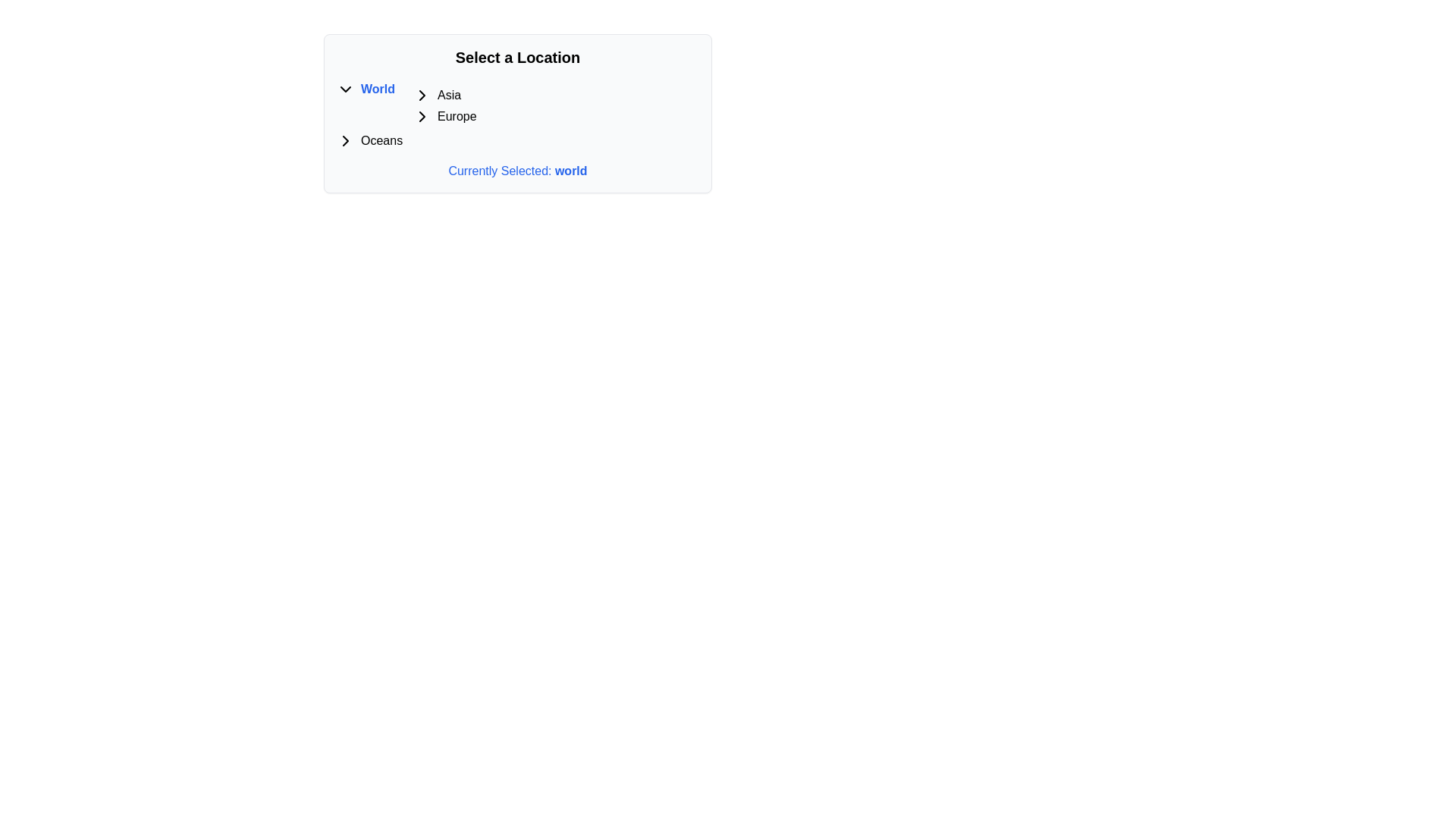 This screenshot has width=1456, height=819. I want to click on the text display indicating the current selection, which reads 'Currently Selected: world', so click(570, 171).